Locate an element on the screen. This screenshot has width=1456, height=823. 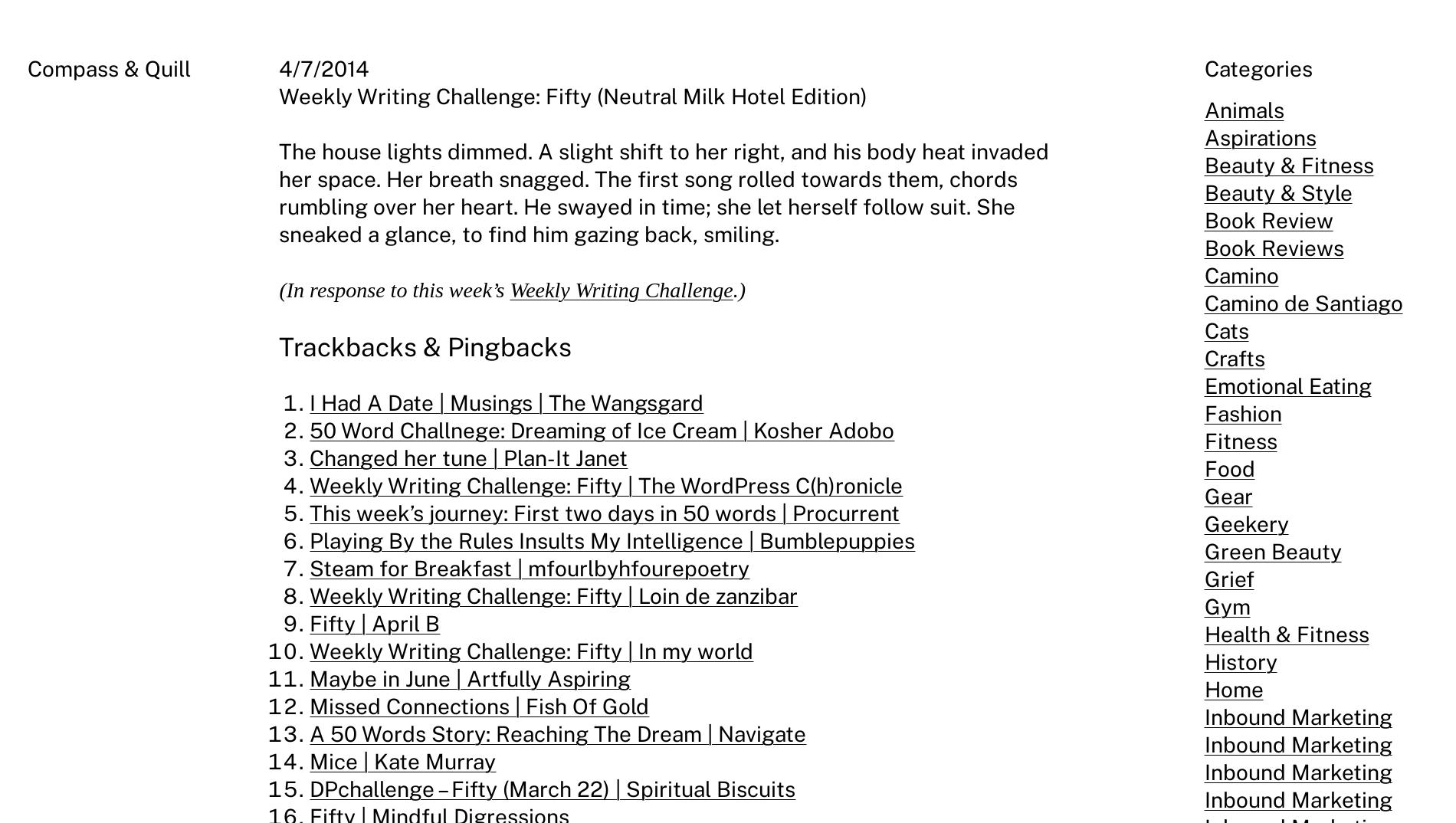
'DPchallenge – Fifty (March 22) | Spiritual Biscuits' is located at coordinates (552, 789).